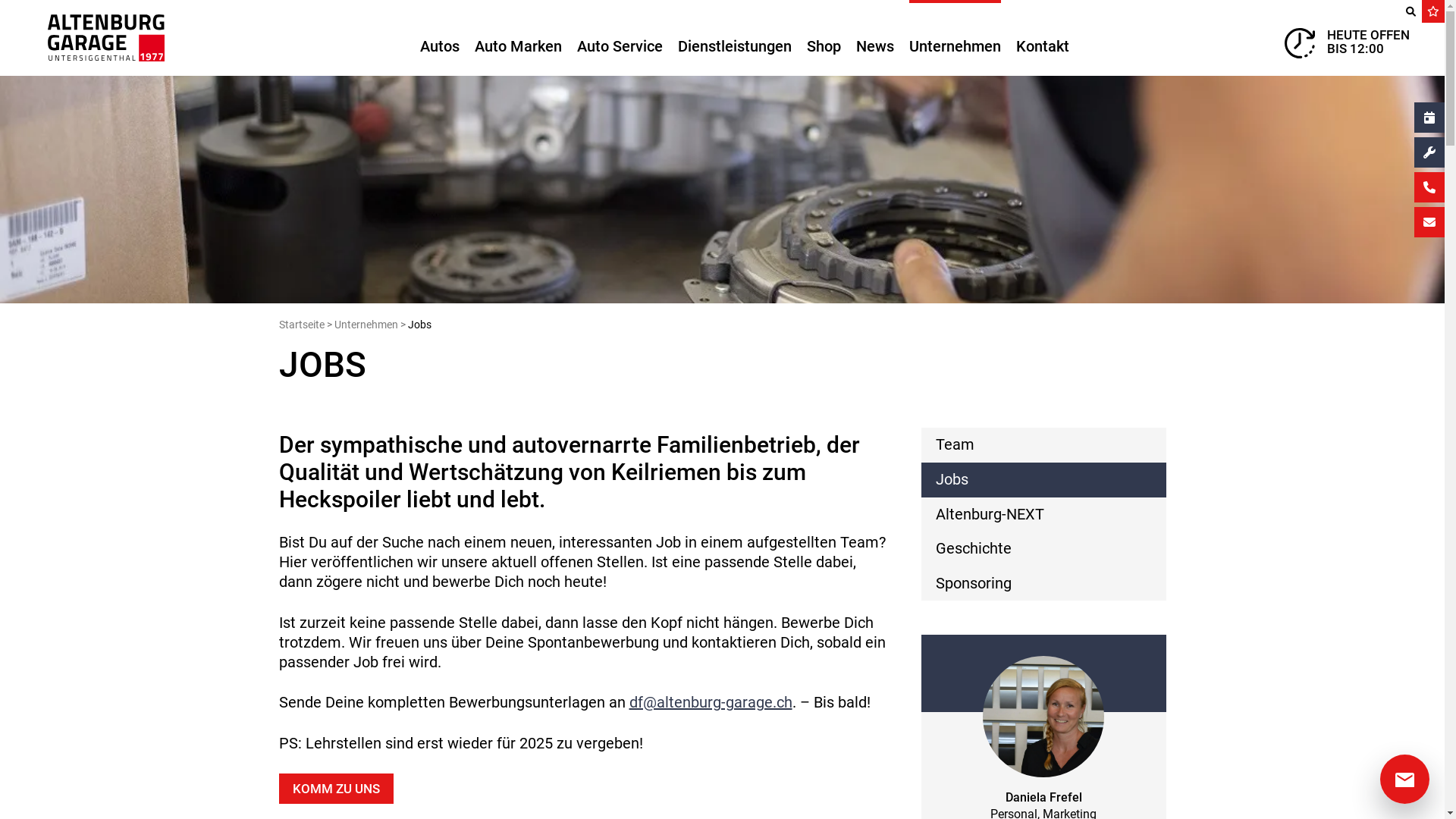  What do you see at coordinates (335, 788) in the screenshot?
I see `'KOMM ZU UNS'` at bounding box center [335, 788].